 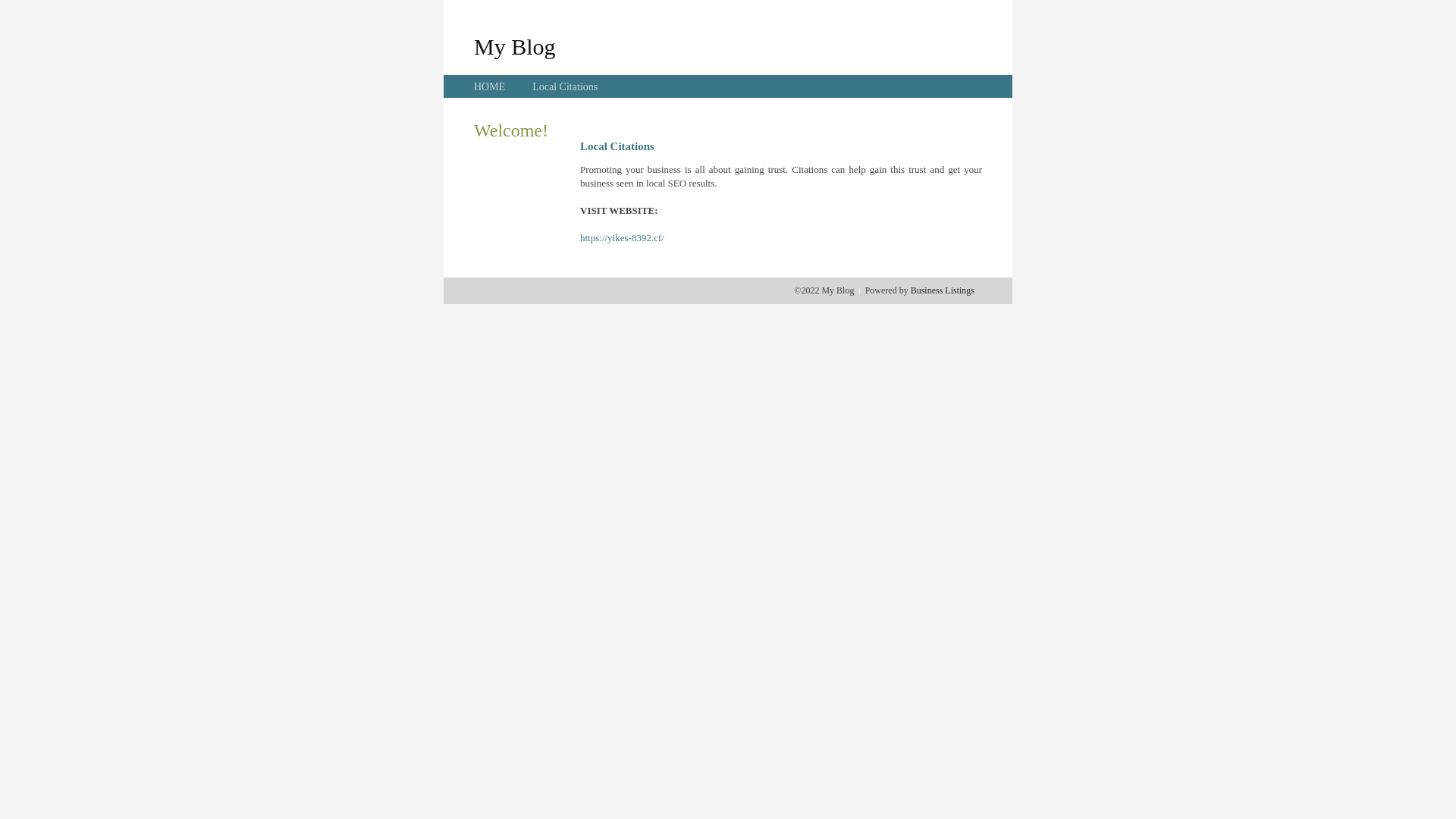 What do you see at coordinates (579, 237) in the screenshot?
I see `'https://yikes-8392.cf/'` at bounding box center [579, 237].